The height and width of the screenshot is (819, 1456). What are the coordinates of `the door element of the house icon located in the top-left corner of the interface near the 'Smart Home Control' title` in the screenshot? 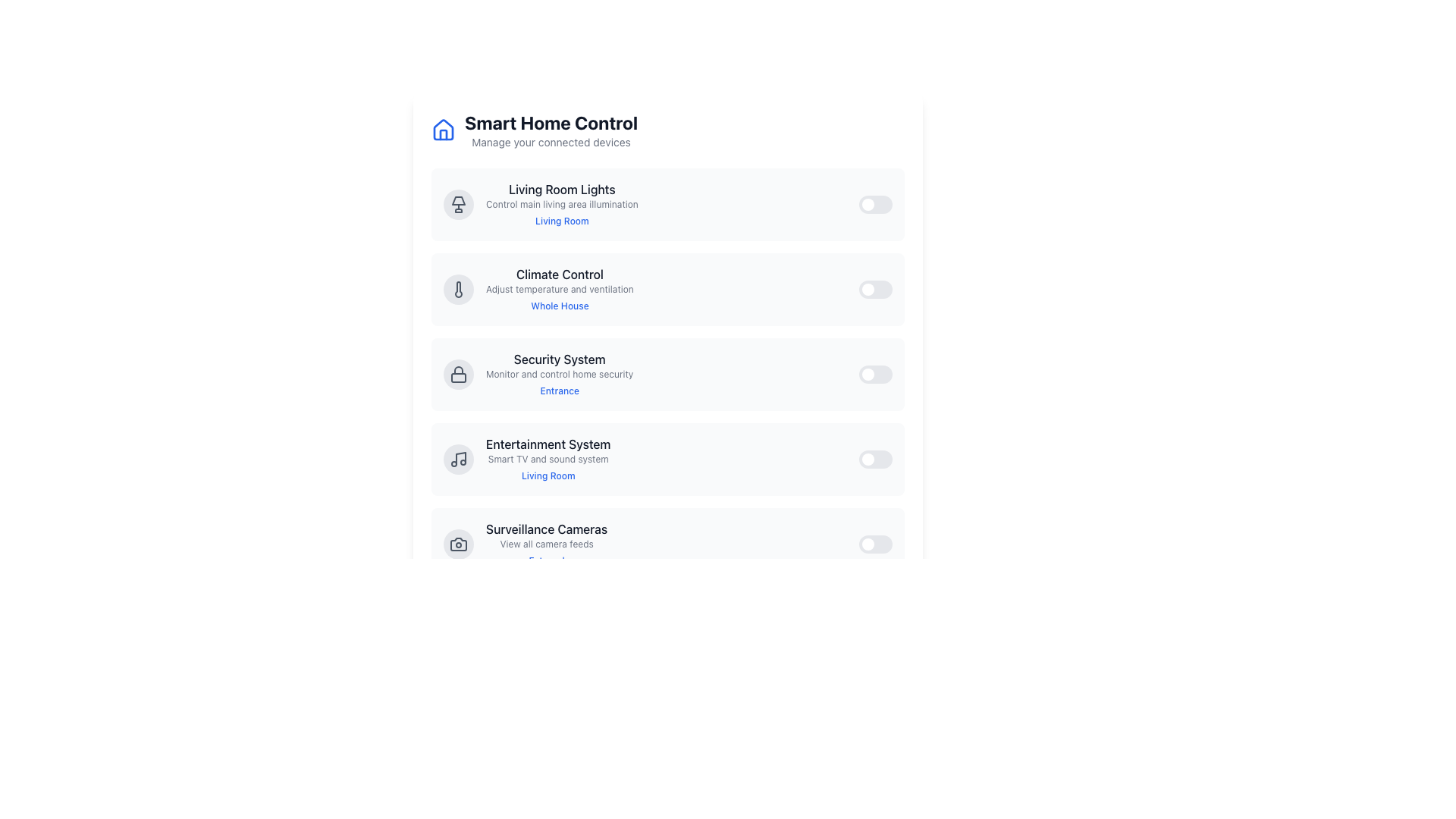 It's located at (443, 133).